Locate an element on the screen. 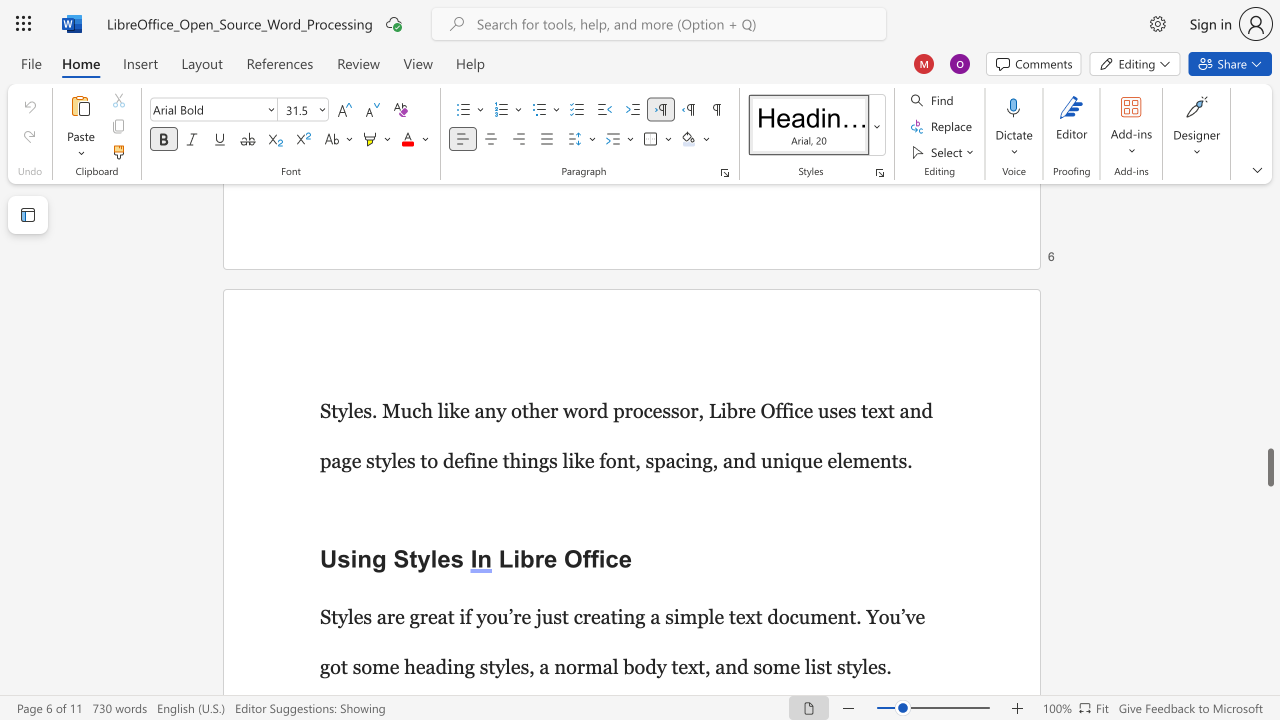  the scrollbar on the right to shift the page higher is located at coordinates (1269, 228).